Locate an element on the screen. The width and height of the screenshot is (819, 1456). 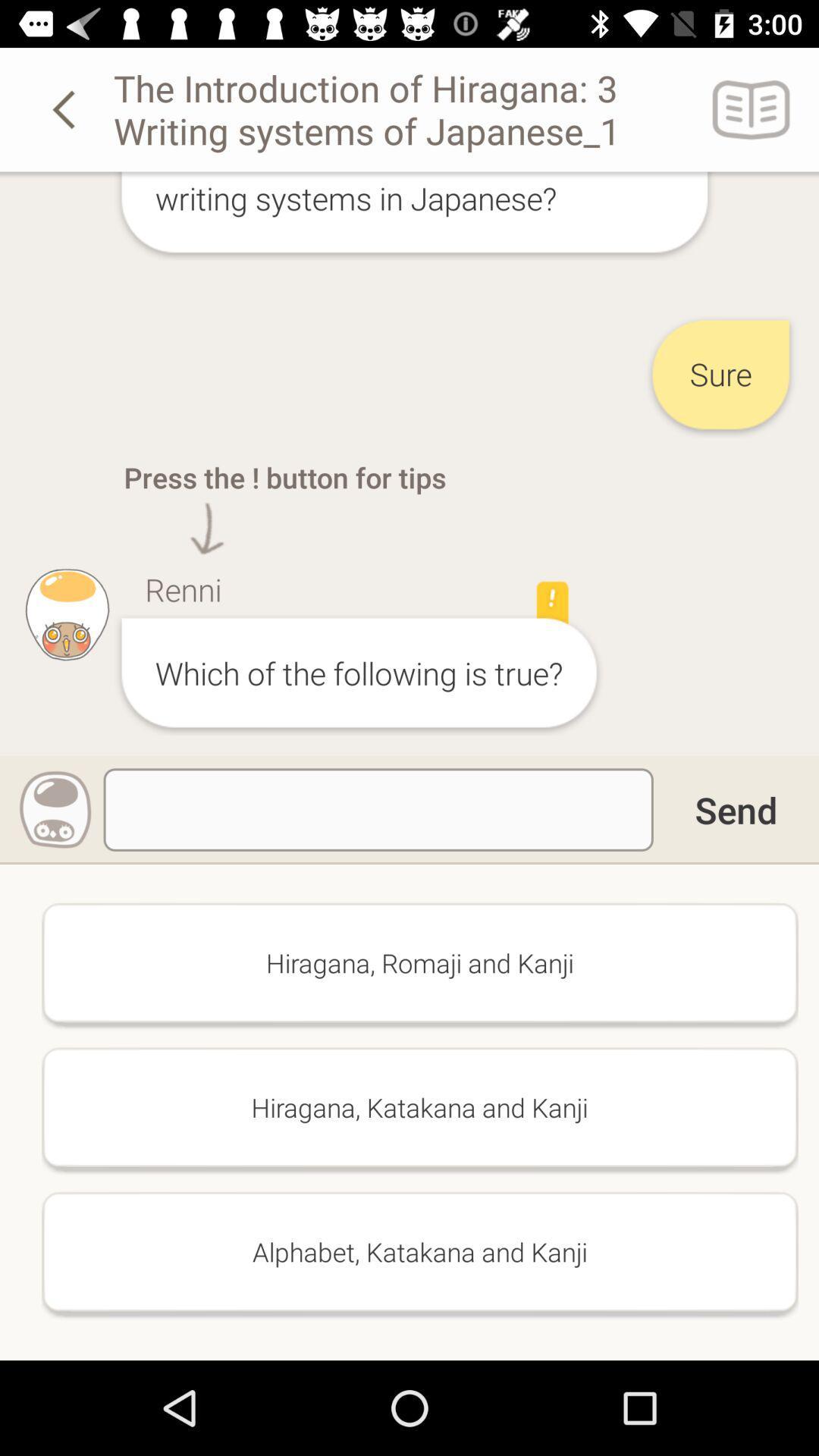
the book icon is located at coordinates (752, 108).